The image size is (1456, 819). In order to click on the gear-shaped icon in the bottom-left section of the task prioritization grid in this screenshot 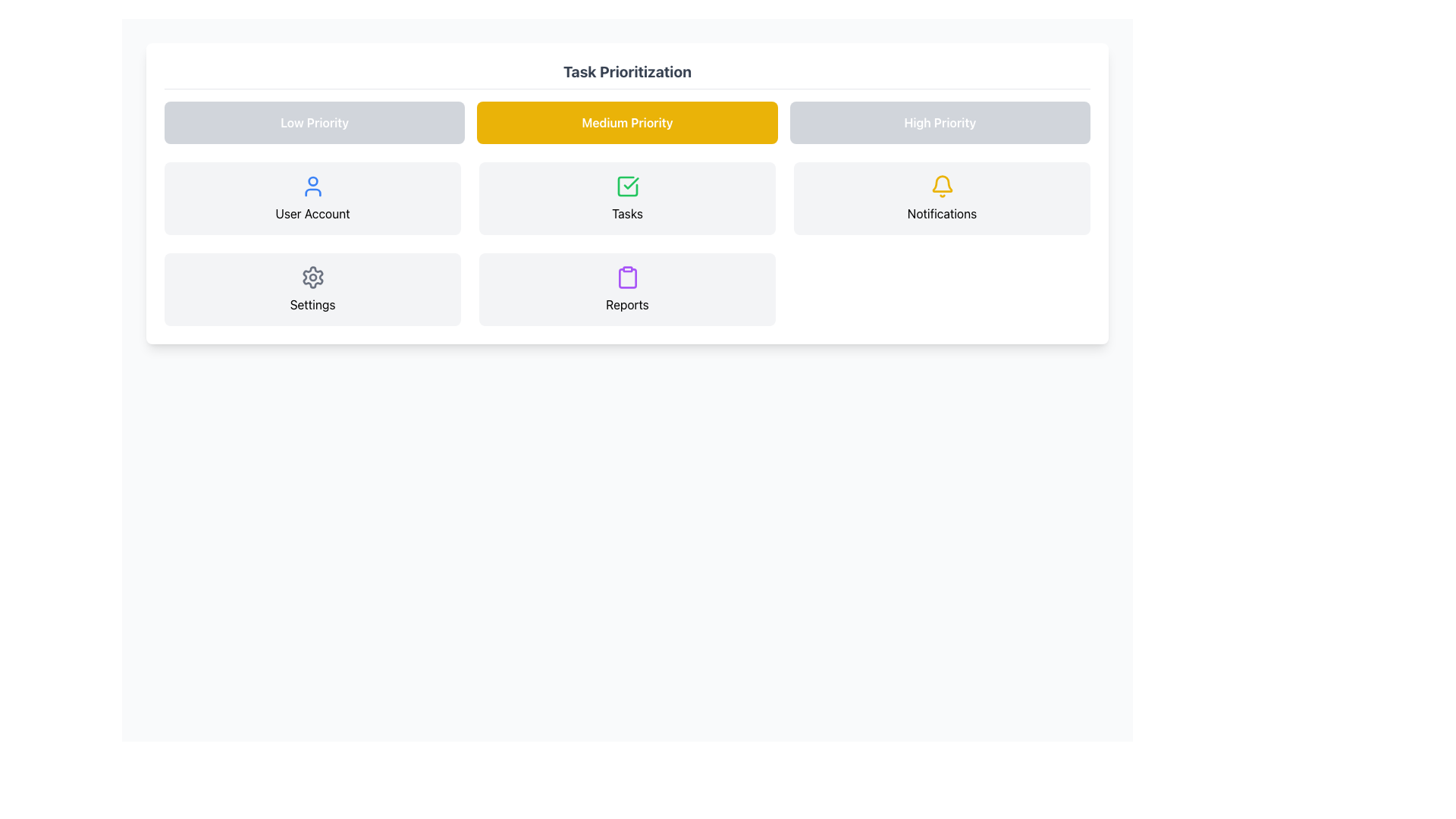, I will do `click(312, 278)`.